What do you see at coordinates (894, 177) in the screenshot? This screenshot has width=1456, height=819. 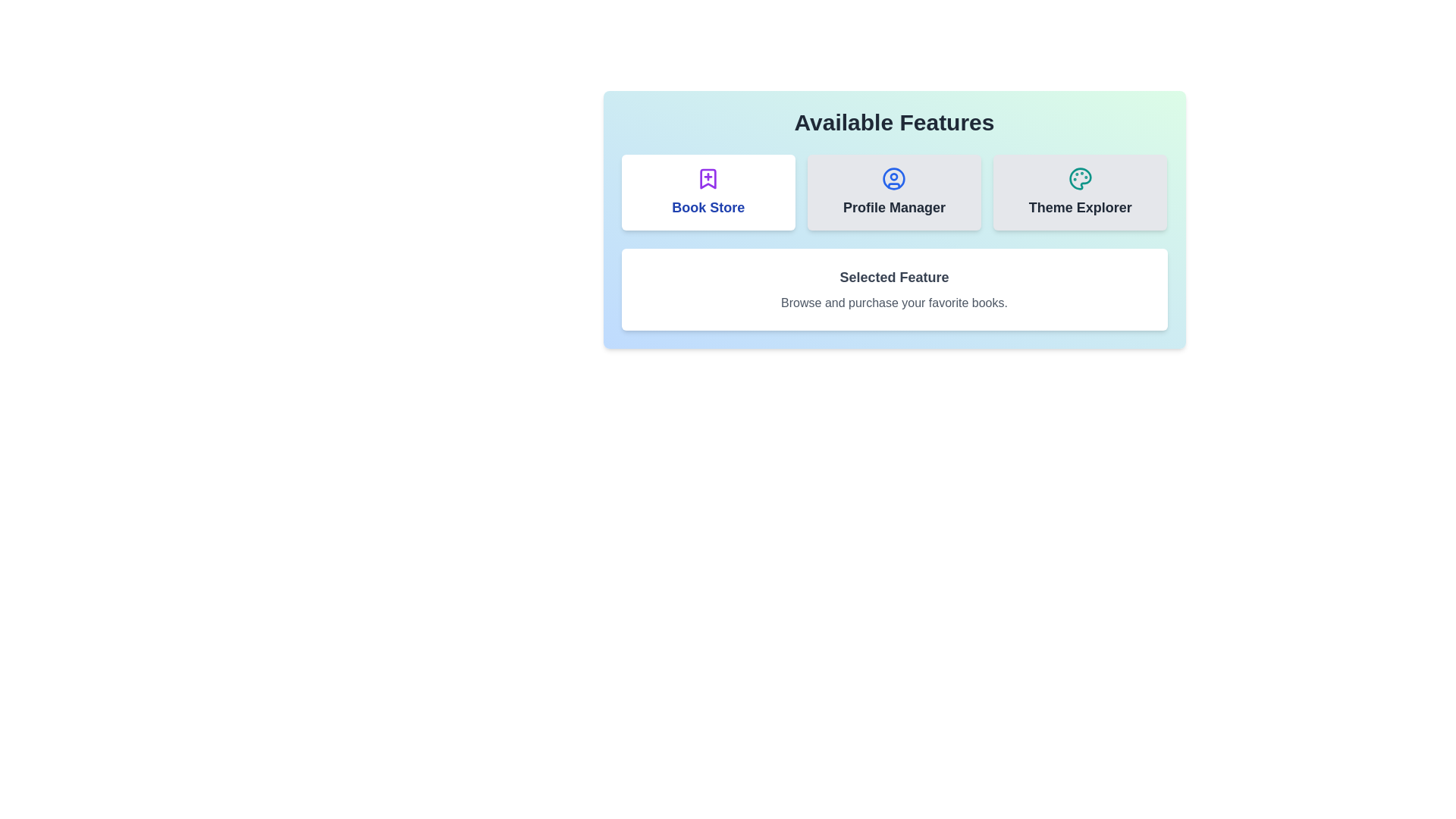 I see `the blue-outlined circle that represents the outer boundary of the Profile Manager icon in the user profile section of the feature selection panel` at bounding box center [894, 177].